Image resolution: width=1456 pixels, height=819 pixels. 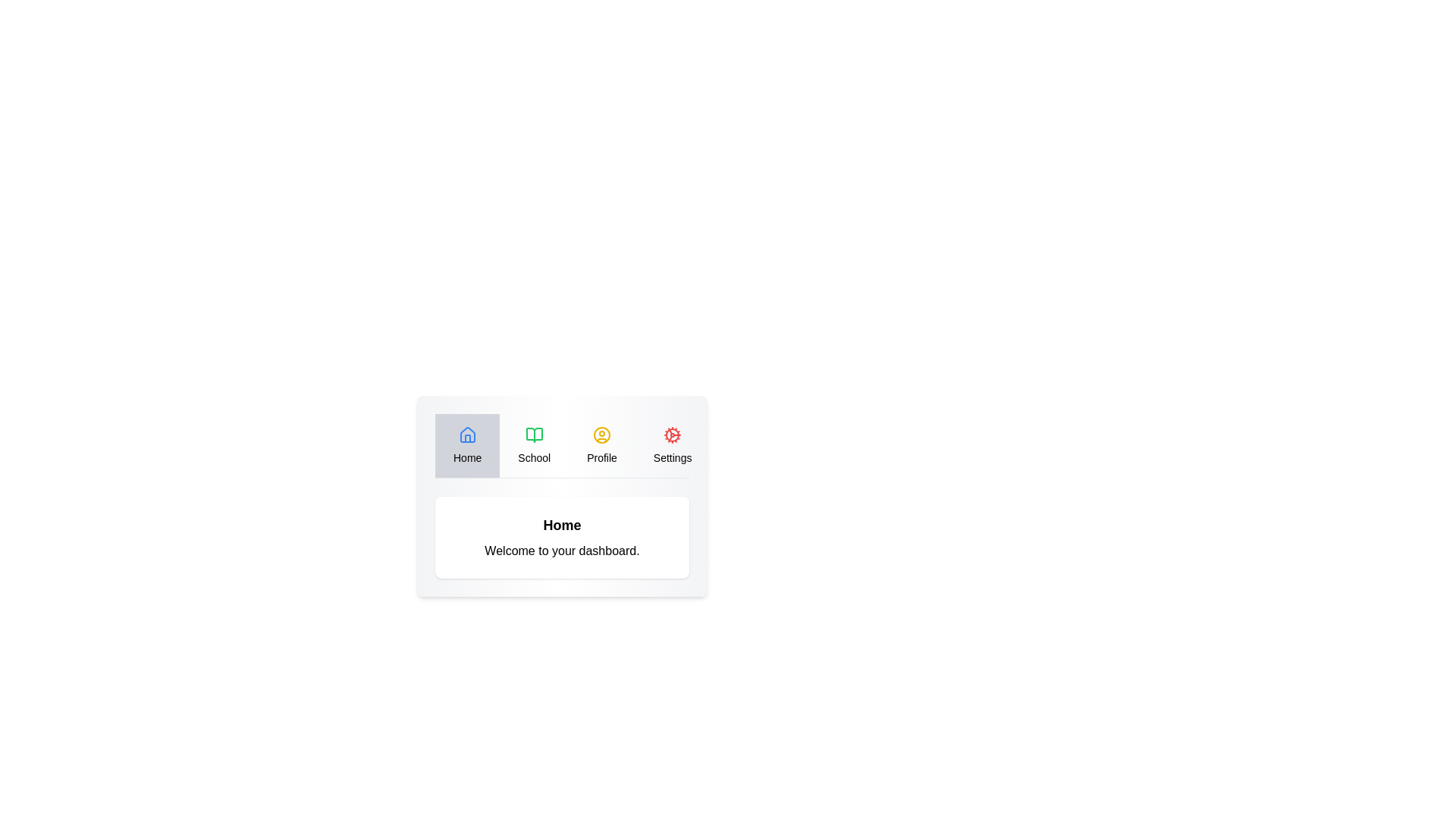 I want to click on the School tab to navigate to it, so click(x=534, y=444).